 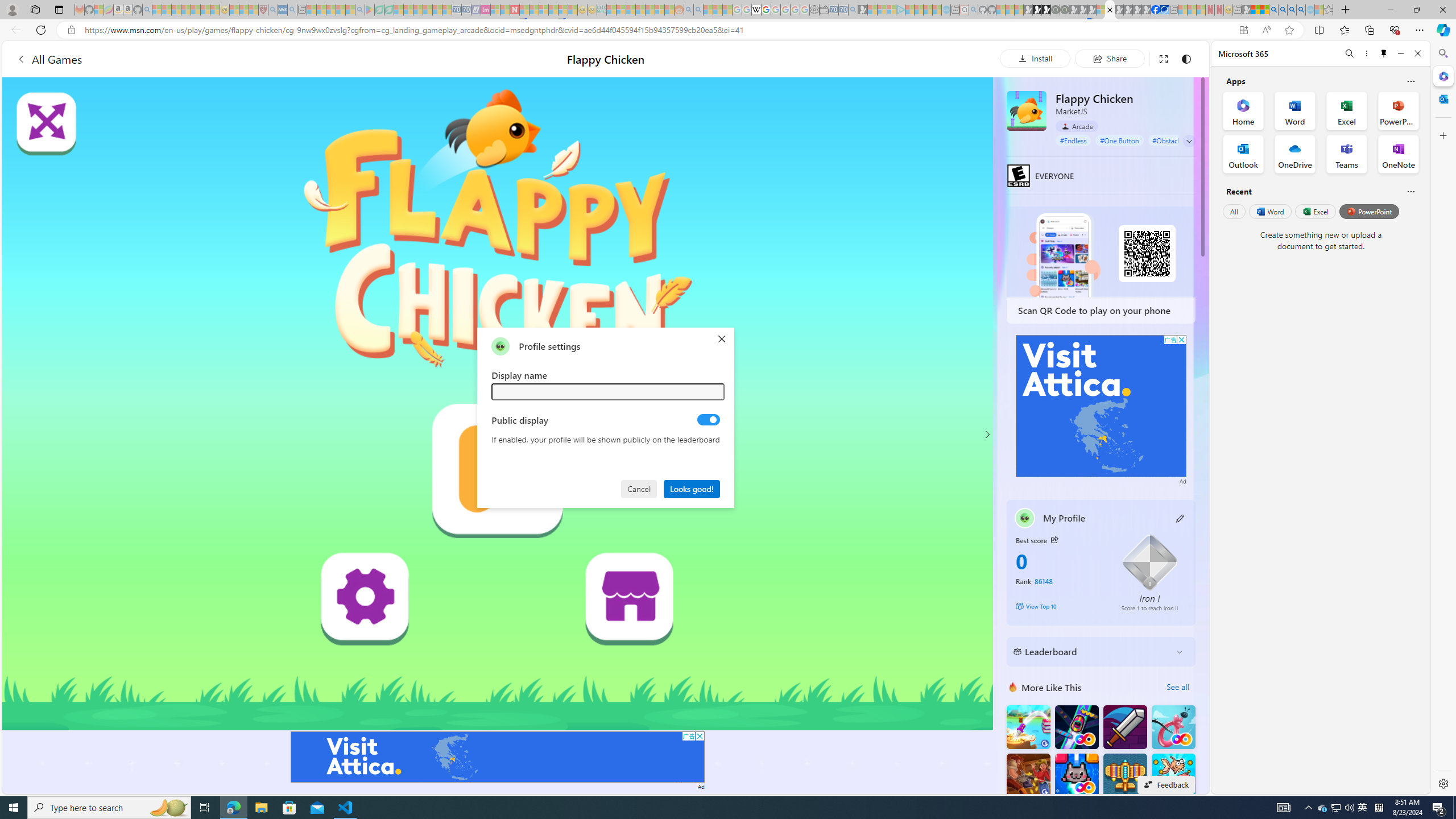 I want to click on 'Cancel', so click(x=640, y=487).